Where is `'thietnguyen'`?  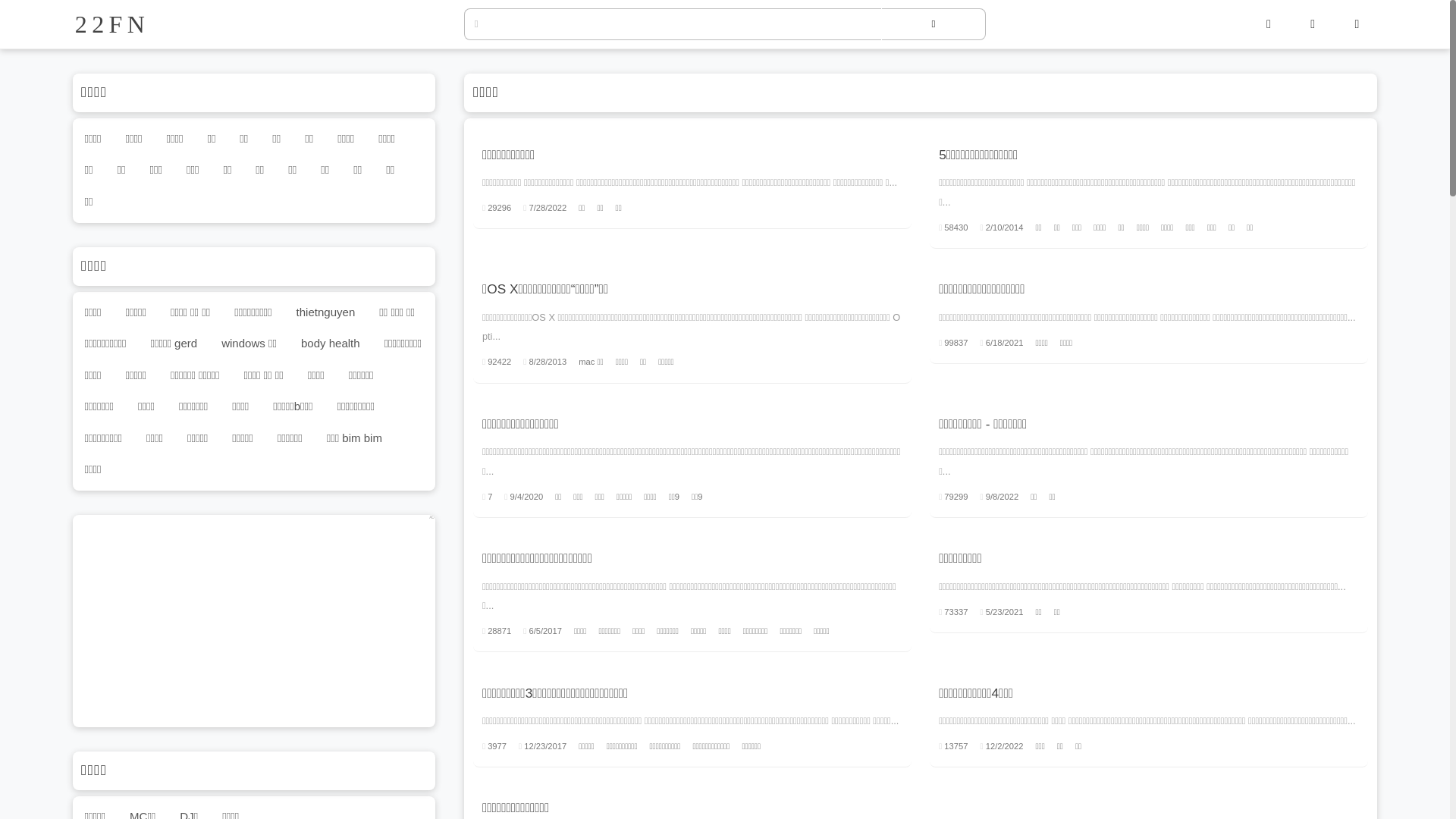
'thietnguyen' is located at coordinates (325, 311).